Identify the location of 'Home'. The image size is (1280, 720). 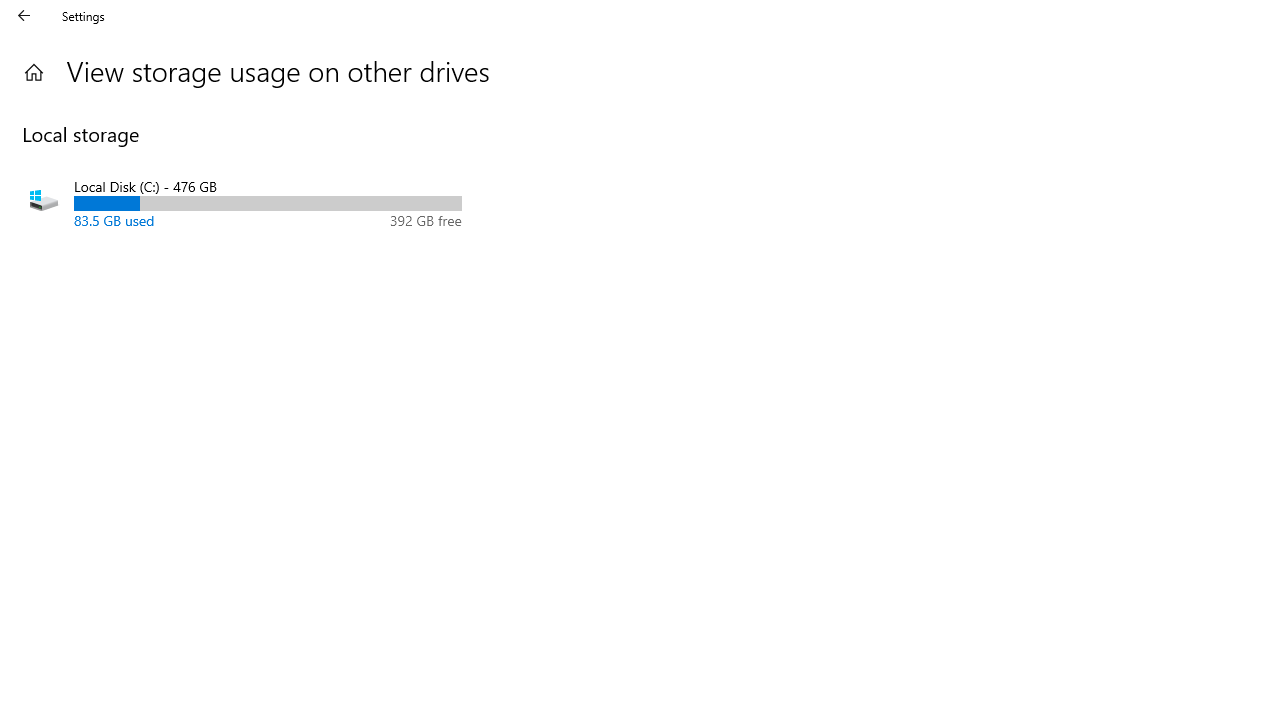
(33, 71).